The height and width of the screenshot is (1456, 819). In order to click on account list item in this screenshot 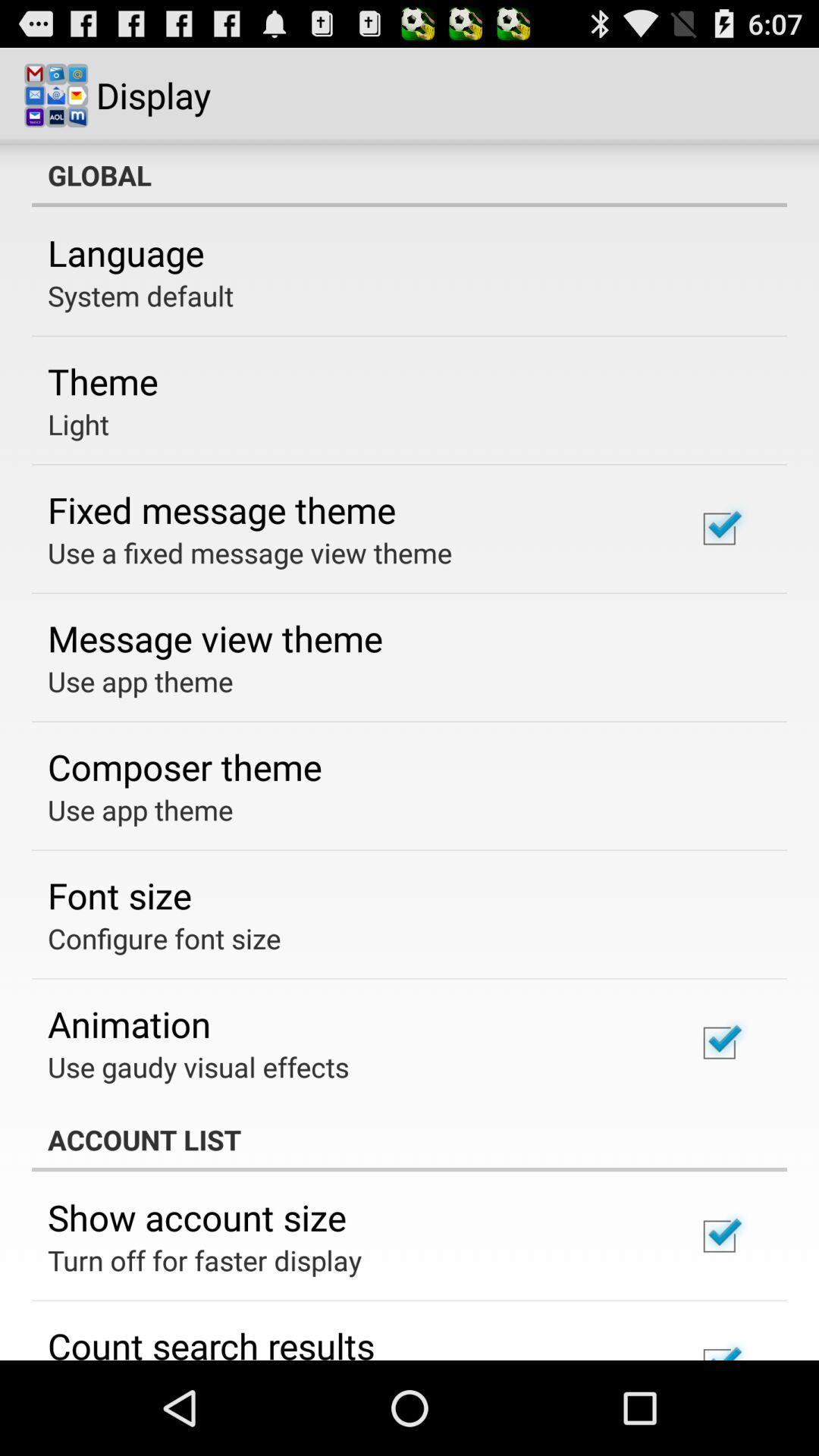, I will do `click(409, 1139)`.